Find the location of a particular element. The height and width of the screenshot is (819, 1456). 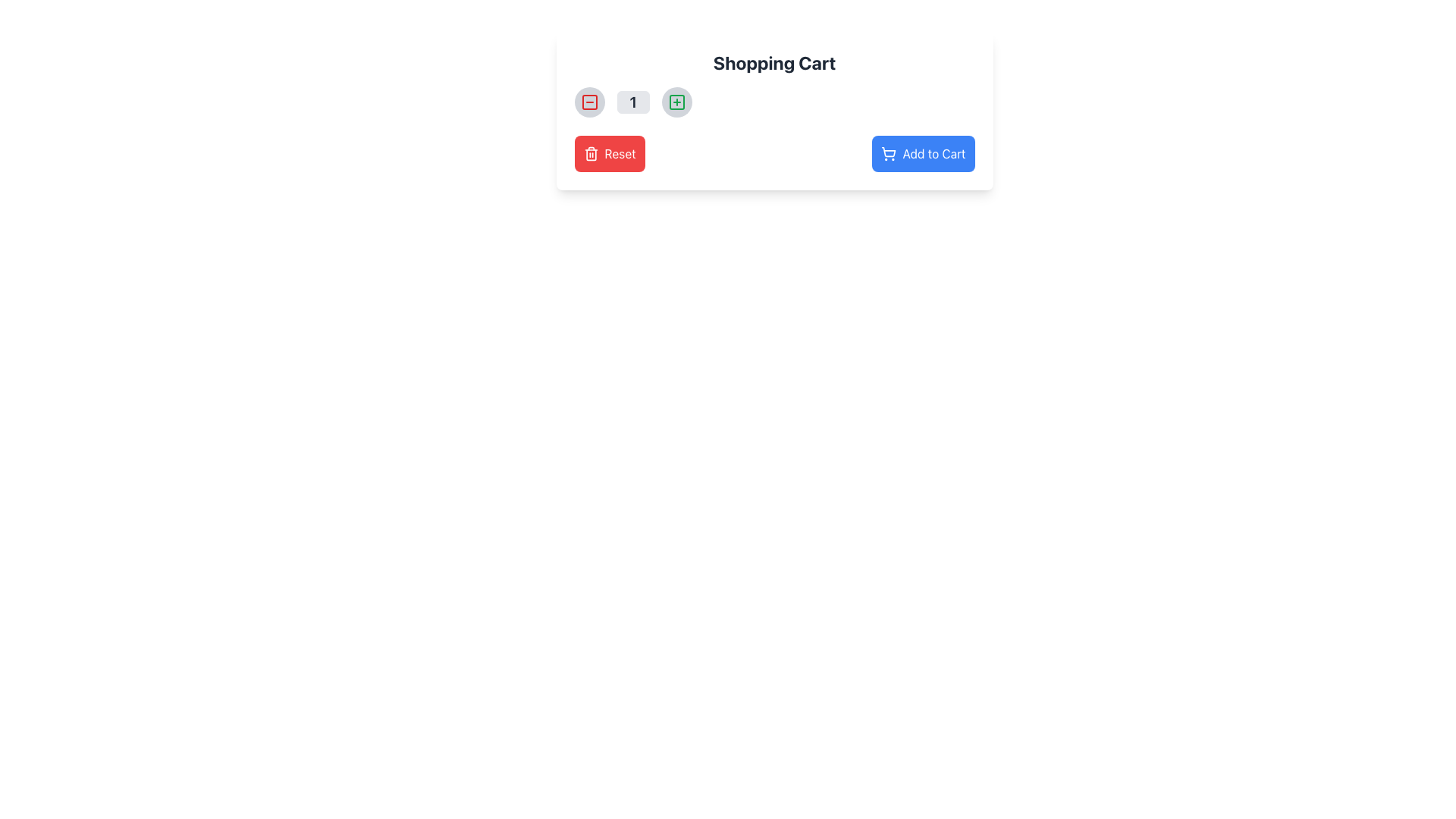

the increment button, which is circular with a gray background, located to the right of a number input field and a decrement button, and to the left of a red 'Reset' button and a blue 'Add to Cart' button is located at coordinates (676, 102).